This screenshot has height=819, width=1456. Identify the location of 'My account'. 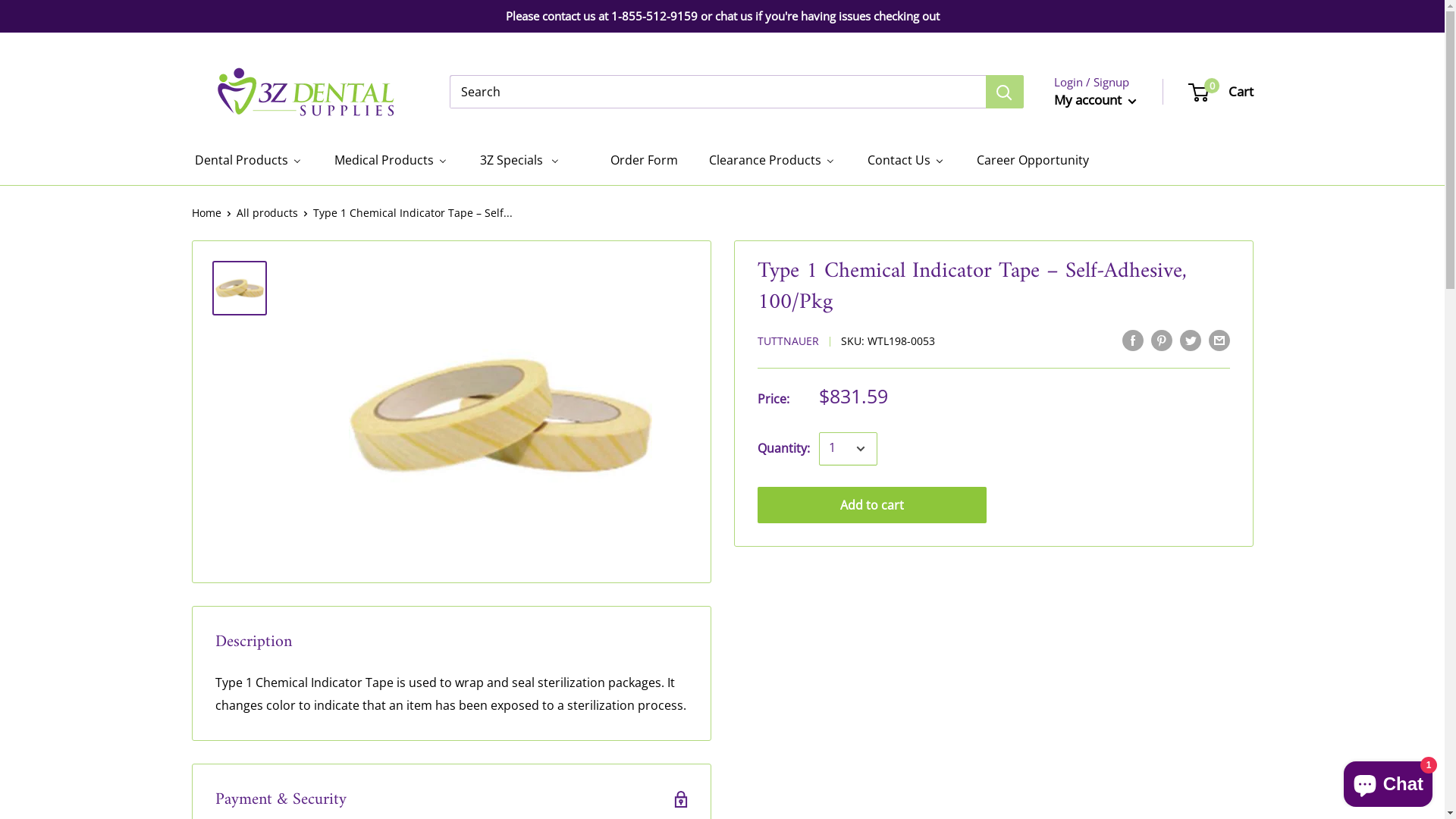
(1095, 99).